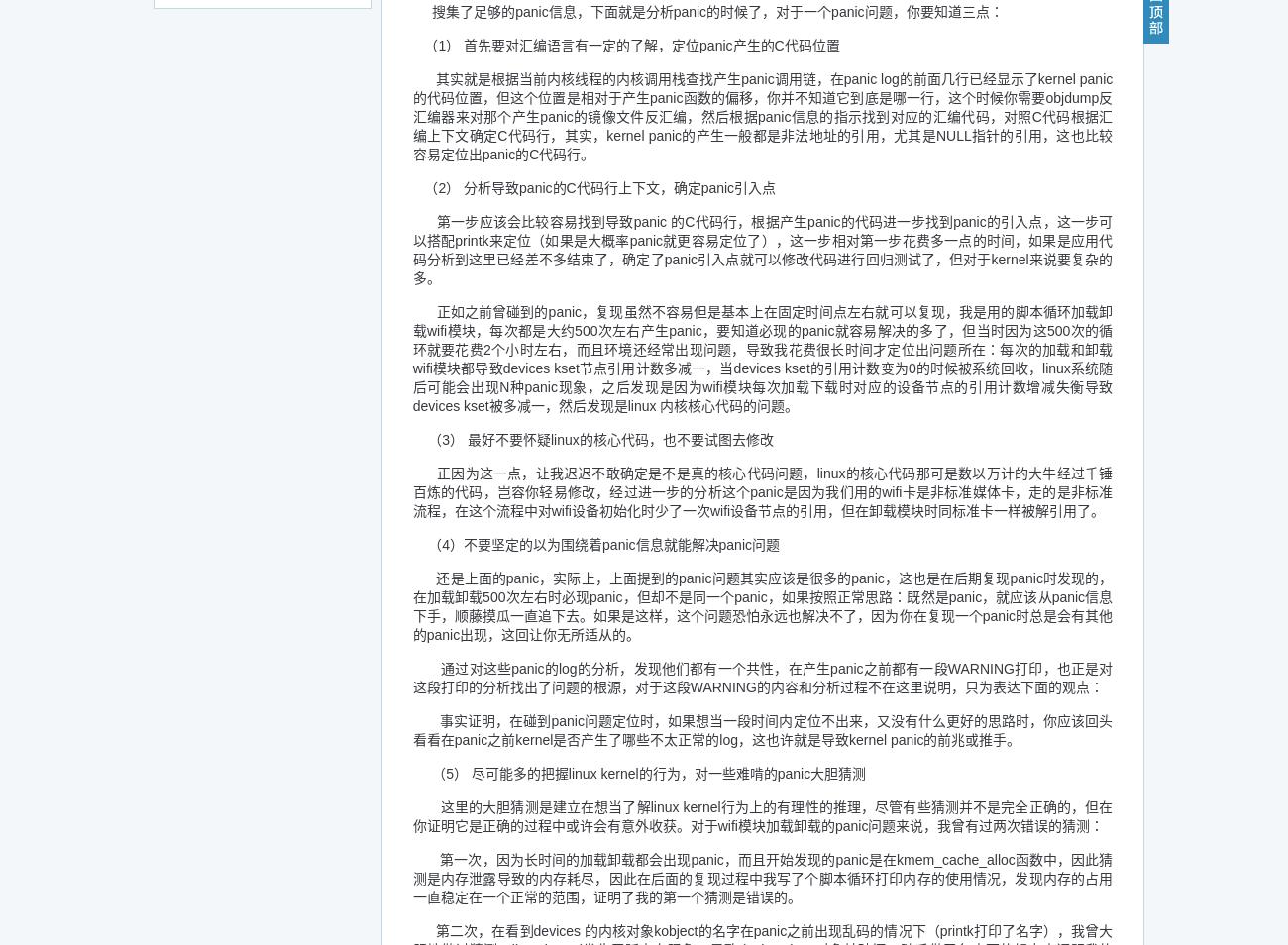 This screenshot has height=945, width=1288. I want to click on '正因为这一点，让我迟迟不敢确定是不是真的核心代码问题，linux的核心代码那可是数以万计的大牛经过千锤百炼的代码，岂容你轻易修改，经过进一步的分析这个panic是因为我们用的wifi卡是非标准媒体卡，走的是非标准流程，在这个流程中对wifi设备初始化时少了一次wifi设备节点的引用，但在卸载模块时同标准卡一样被解引用了。', so click(761, 491).